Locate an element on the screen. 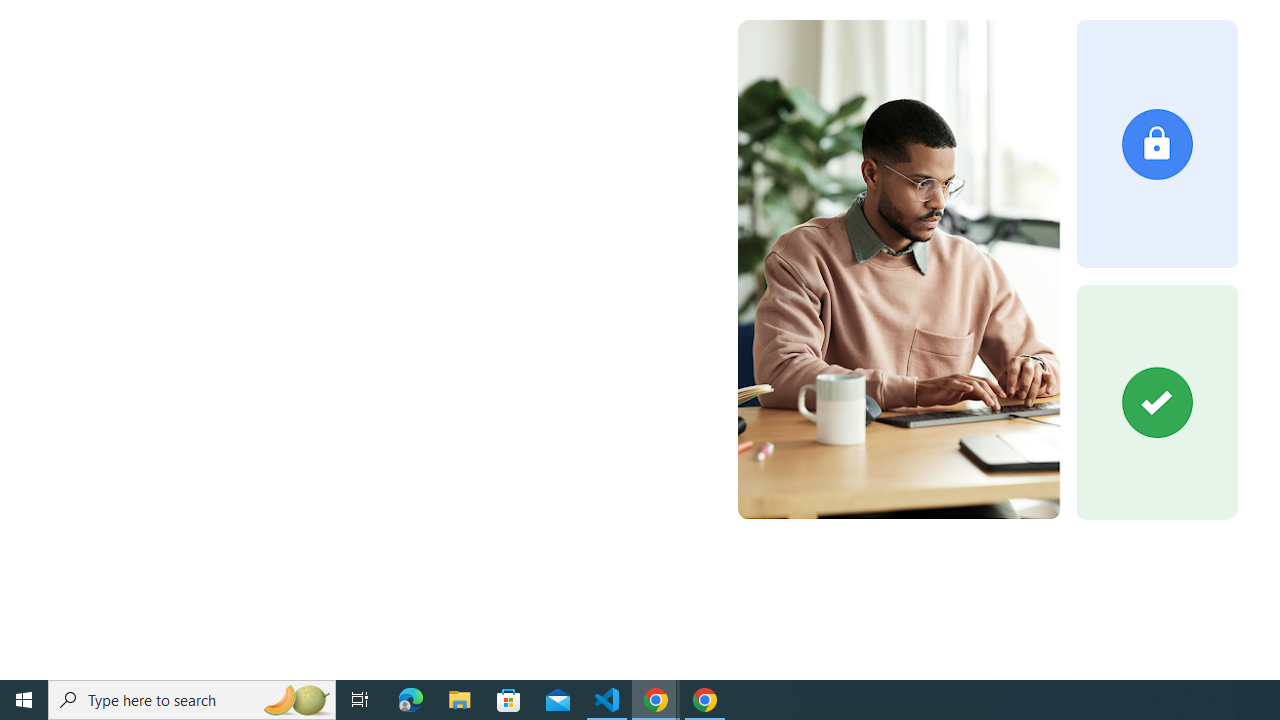 The image size is (1280, 720). 'Visual Studio Code - 1 running window' is located at coordinates (606, 698).